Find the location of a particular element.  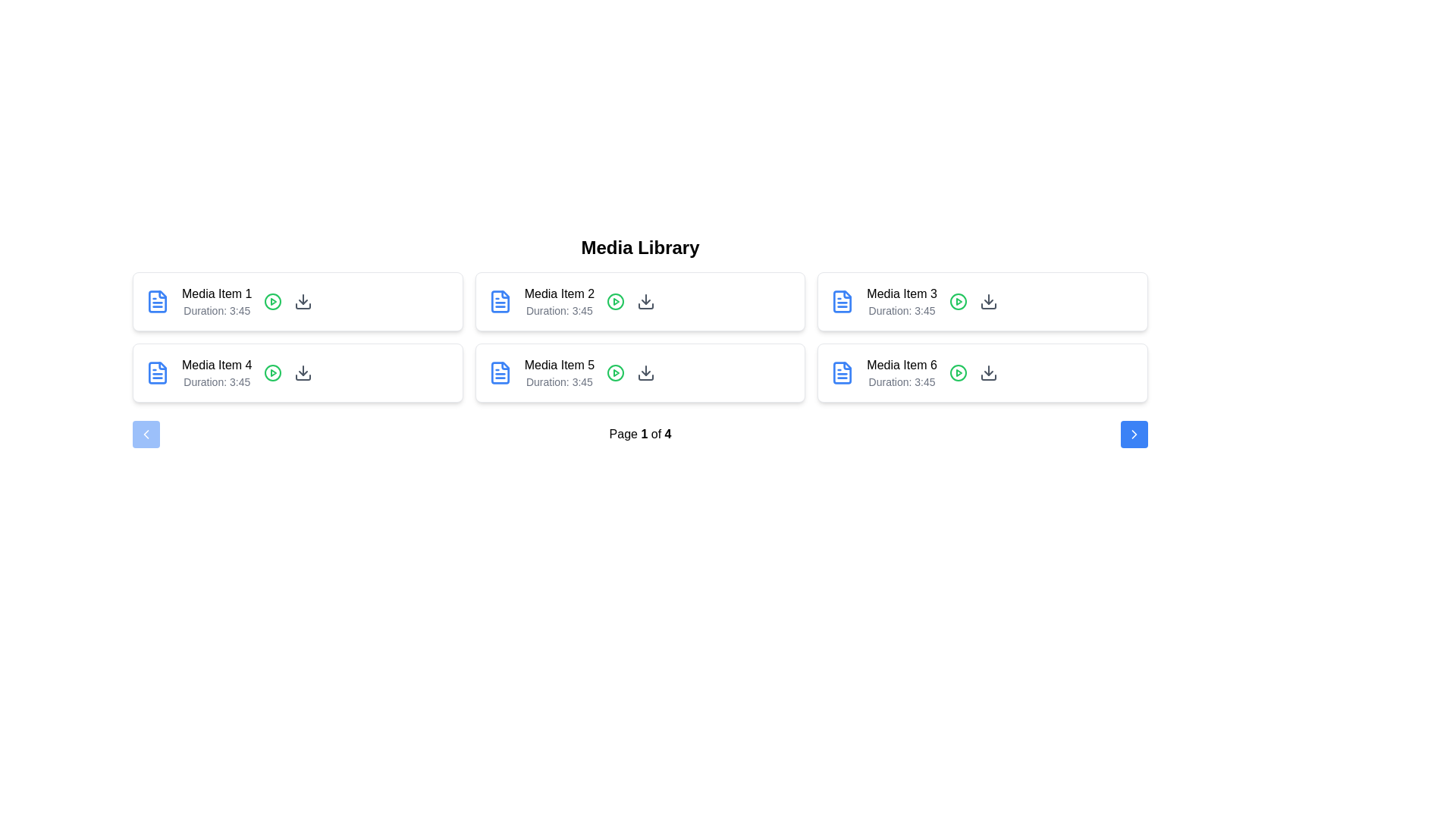

the play button for 'Media Item 5' located in the second row, second column of the grid layout, positioned between the title and the download button is located at coordinates (616, 373).